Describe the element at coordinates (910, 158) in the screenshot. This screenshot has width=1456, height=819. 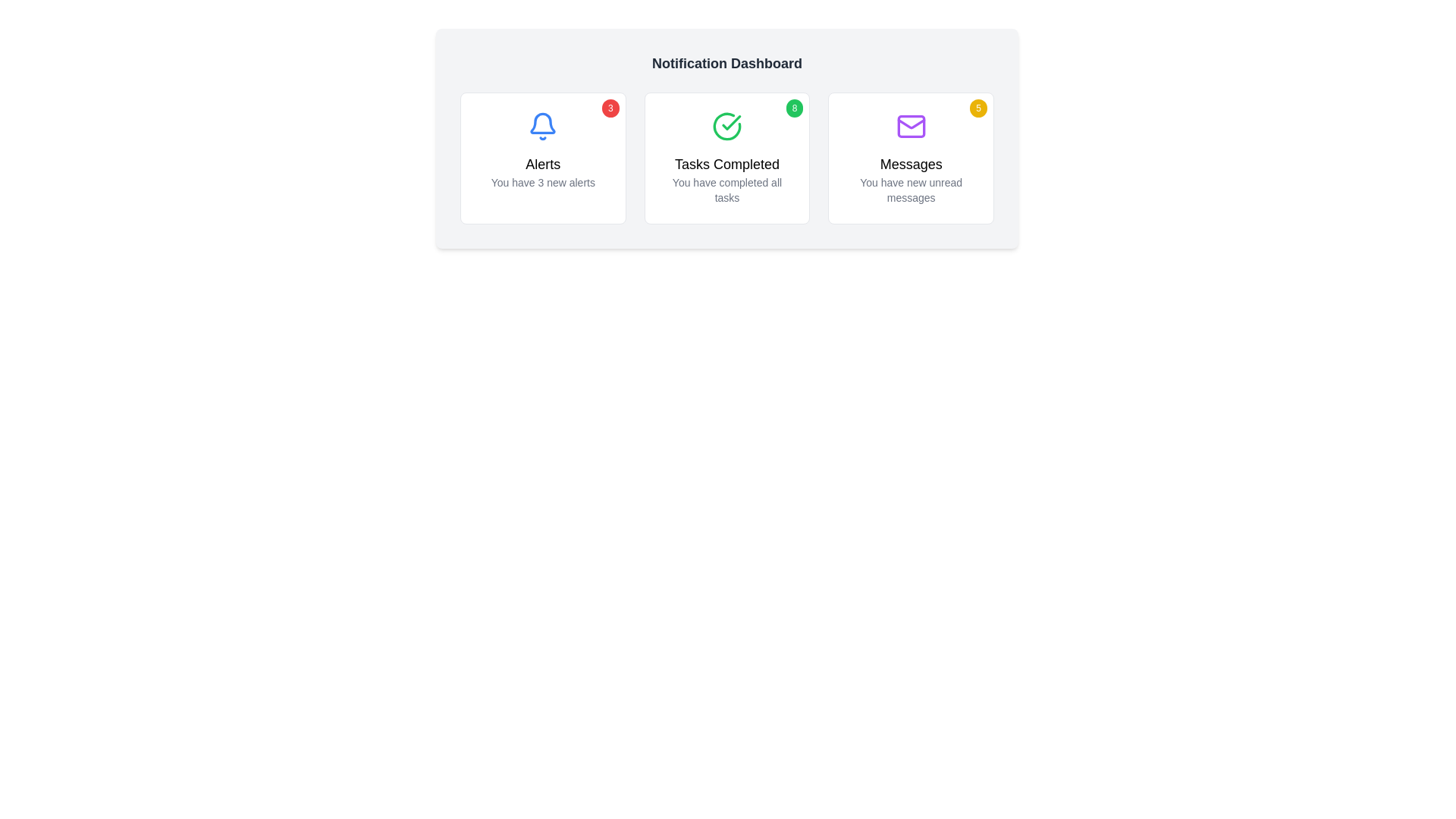
I see `the unread messages summary card located in the top-right area of the grid, which is the third card from the left after the 'Tasks Completed' card` at that location.